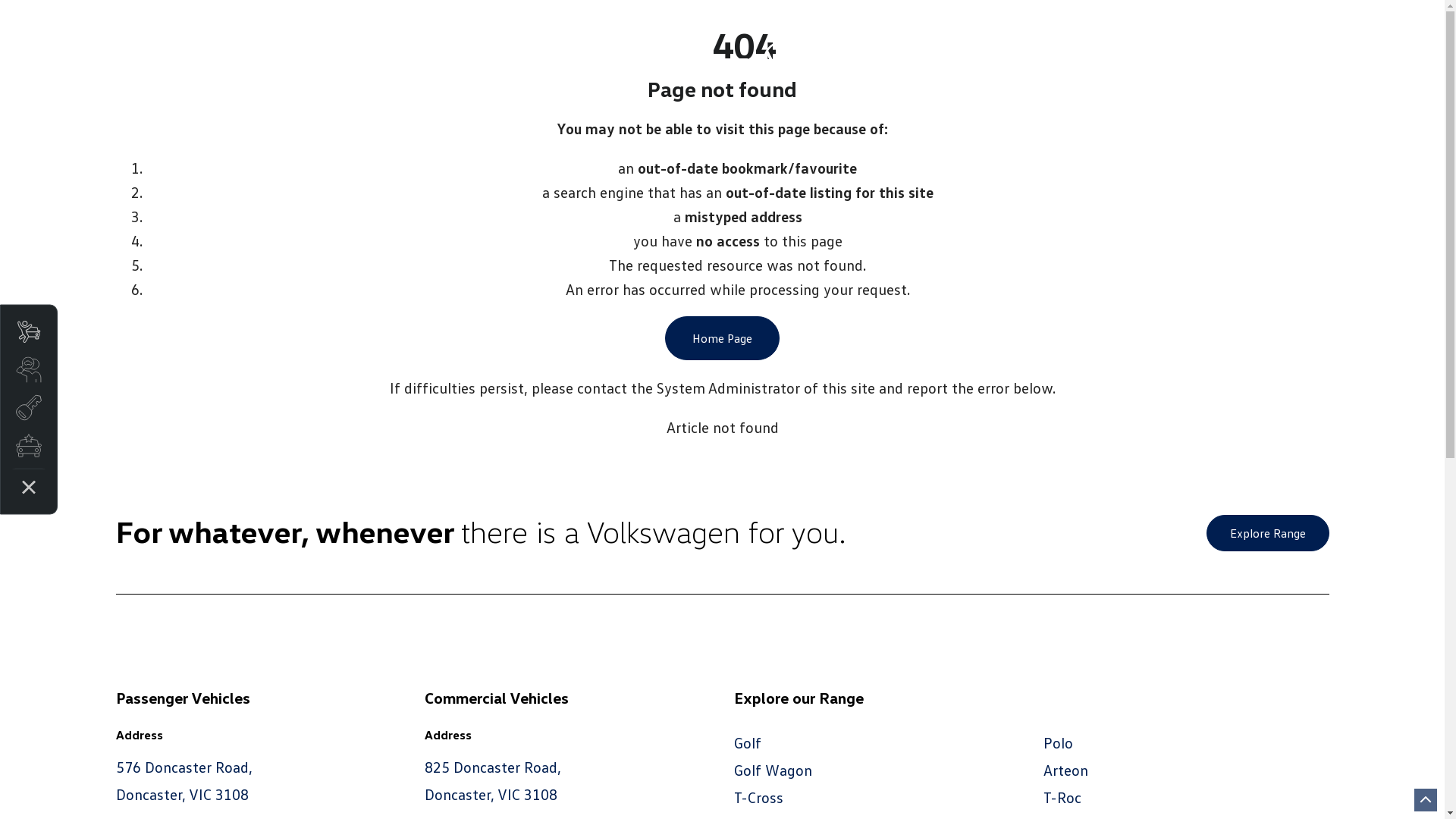 This screenshot has width=1456, height=819. I want to click on 'Explore Range', so click(1266, 532).